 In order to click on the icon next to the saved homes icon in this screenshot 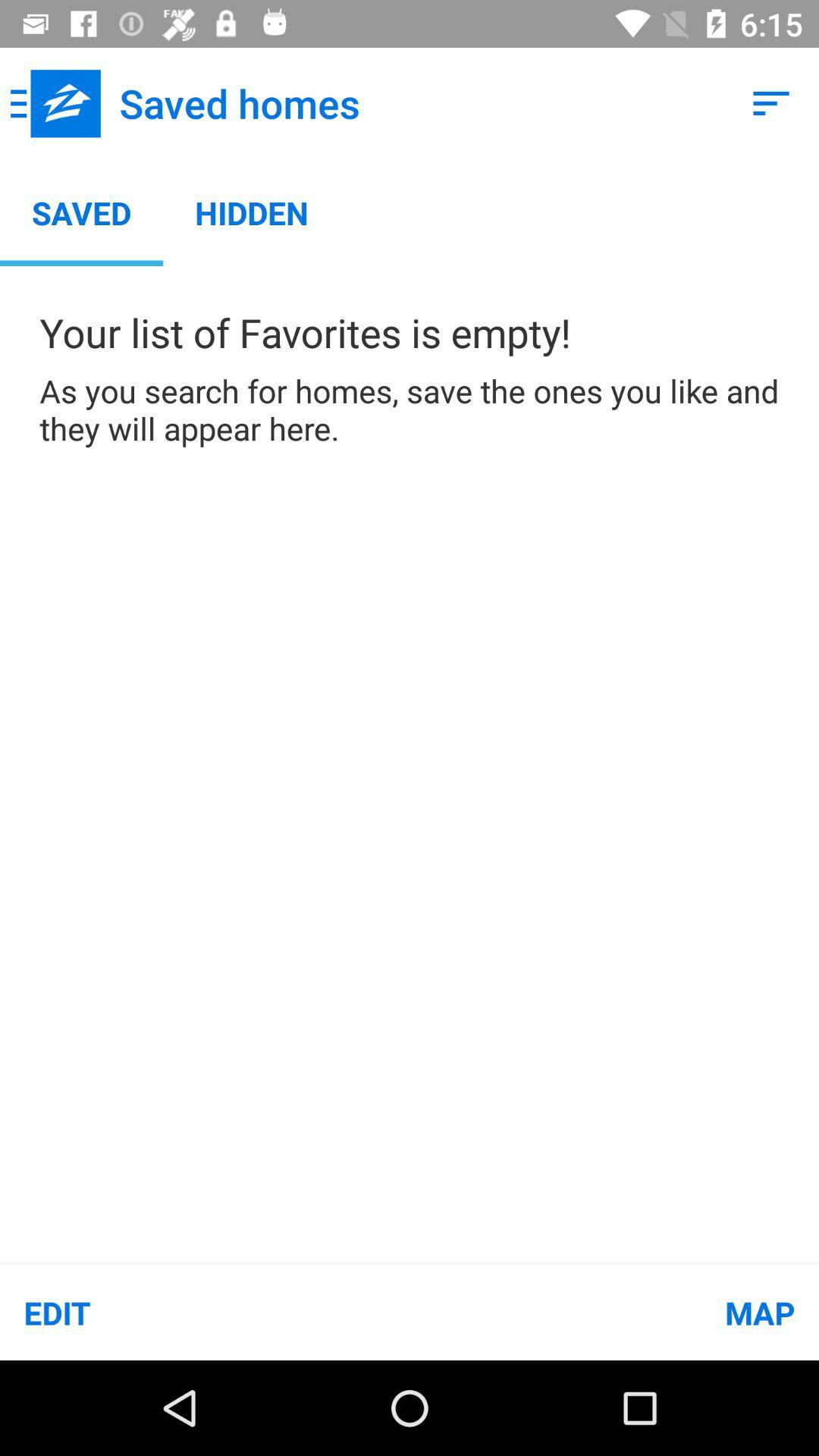, I will do `click(55, 102)`.